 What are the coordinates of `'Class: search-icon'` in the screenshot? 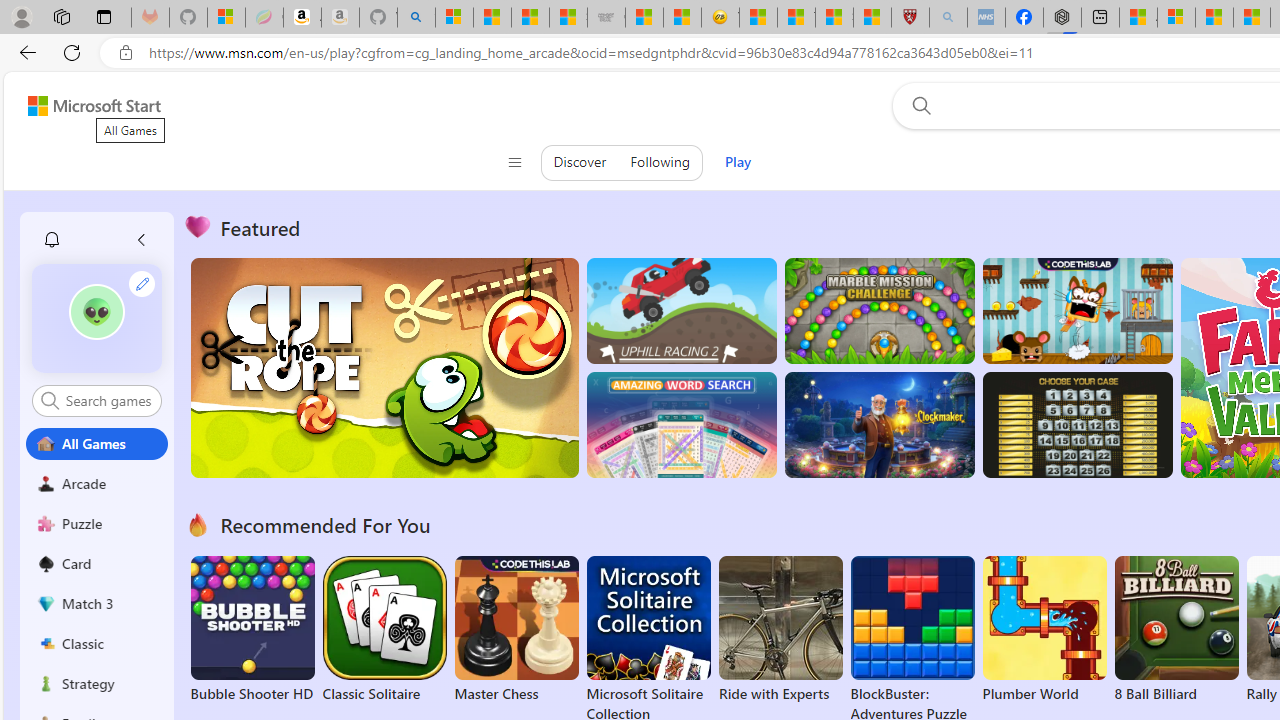 It's located at (50, 400).